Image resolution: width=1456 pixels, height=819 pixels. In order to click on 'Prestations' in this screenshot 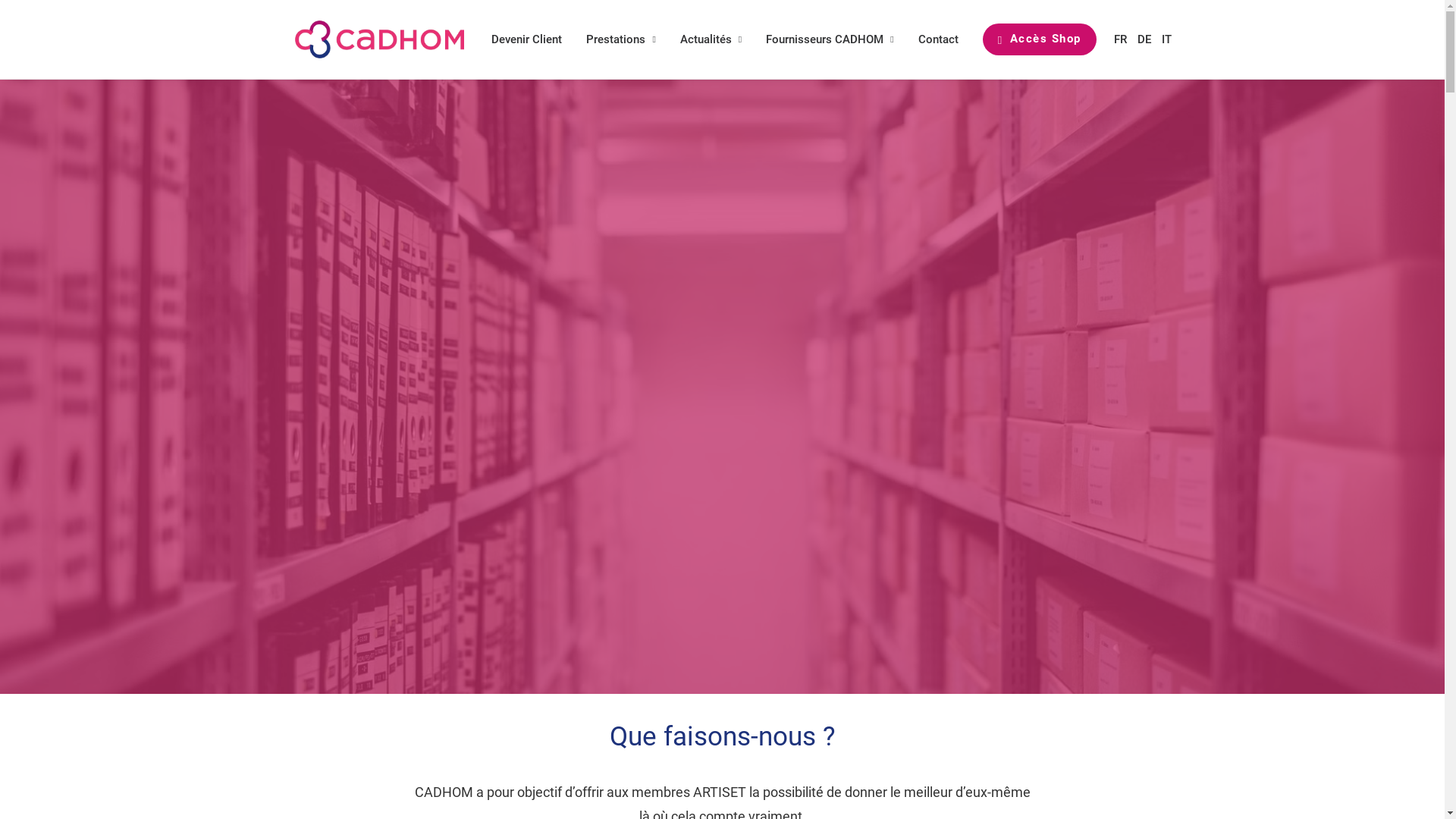, I will do `click(620, 38)`.